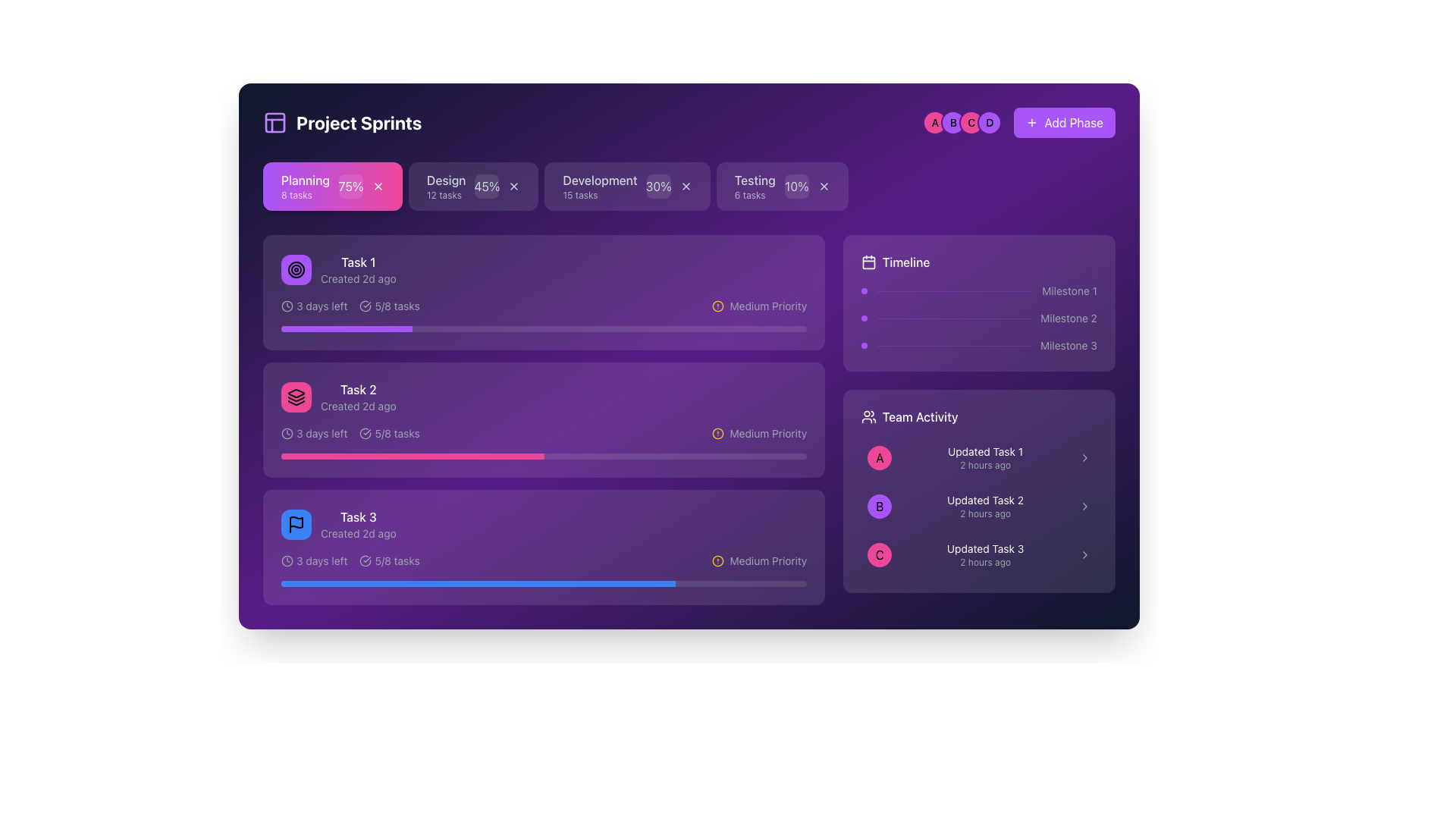 Image resolution: width=1456 pixels, height=819 pixels. What do you see at coordinates (869, 262) in the screenshot?
I see `the timeline or calendar decorative icon located to the left of the 'Timeline' text in the upper-right section of the interface` at bounding box center [869, 262].